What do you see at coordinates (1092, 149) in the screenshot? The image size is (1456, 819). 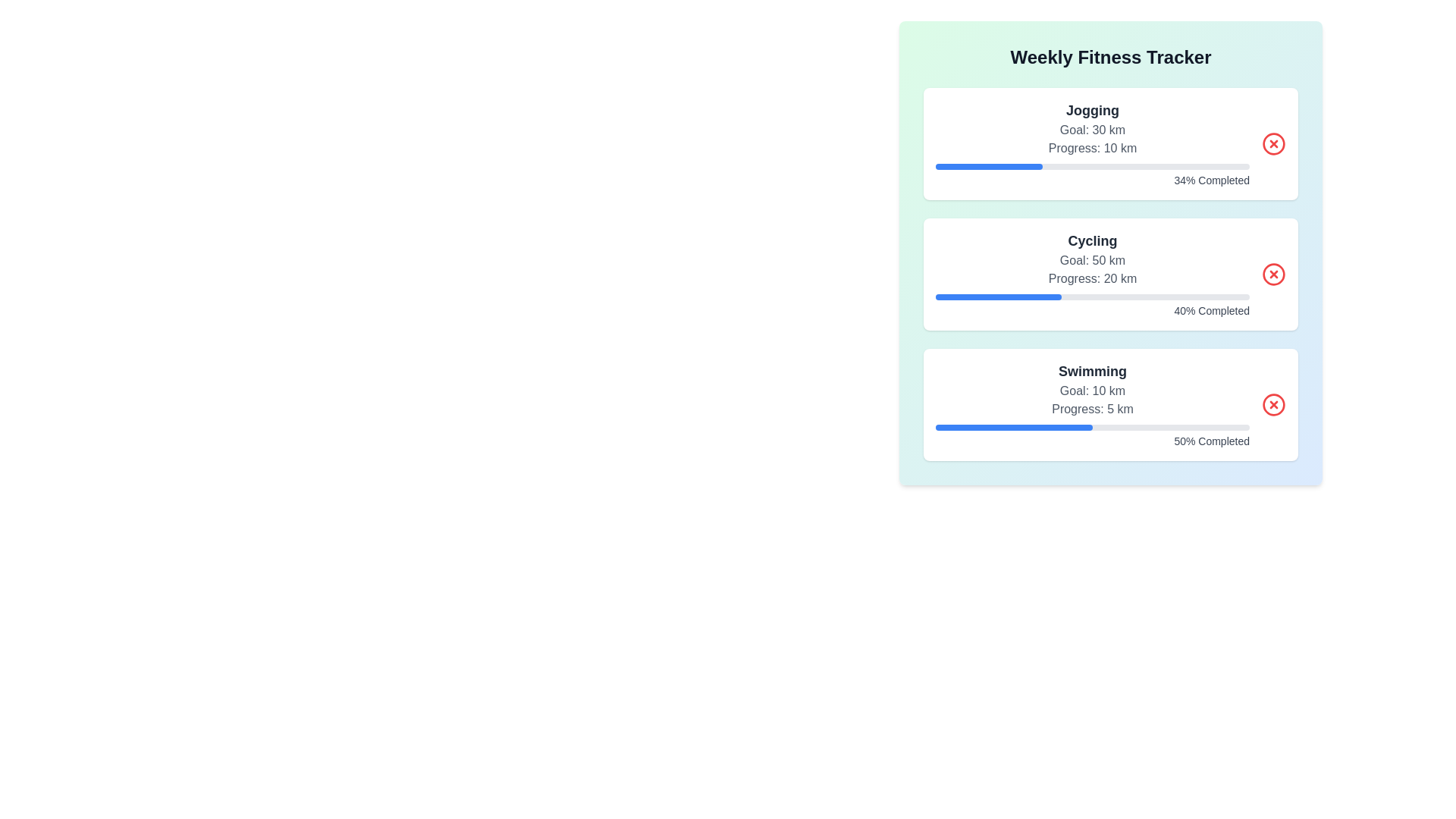 I see `the text label displaying 'Progress: 10 km', which is styled in gray and positioned above the progress bar within the jogging progress tracking card` at bounding box center [1092, 149].